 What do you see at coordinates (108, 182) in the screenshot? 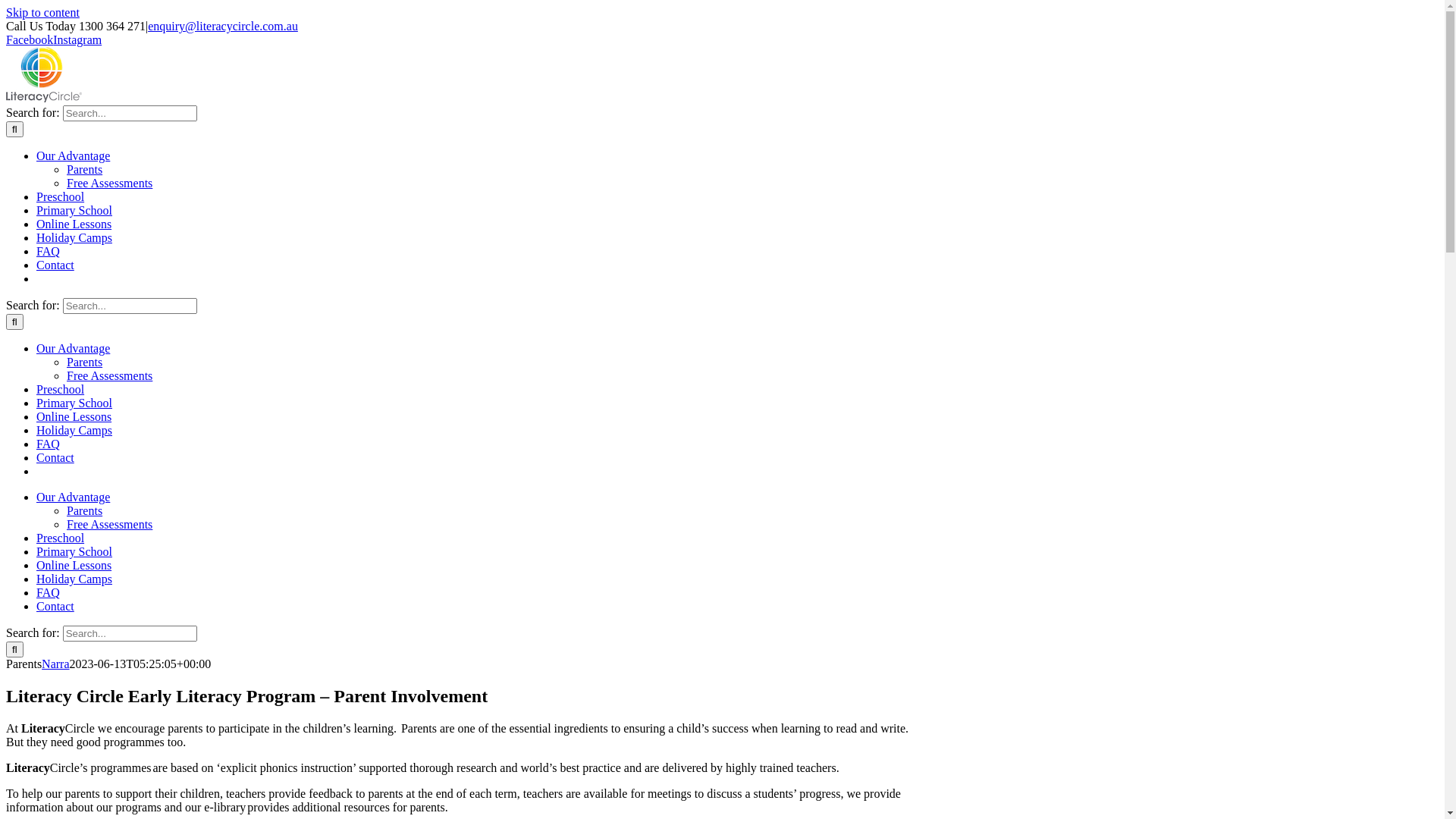
I see `'Free Assessments'` at bounding box center [108, 182].